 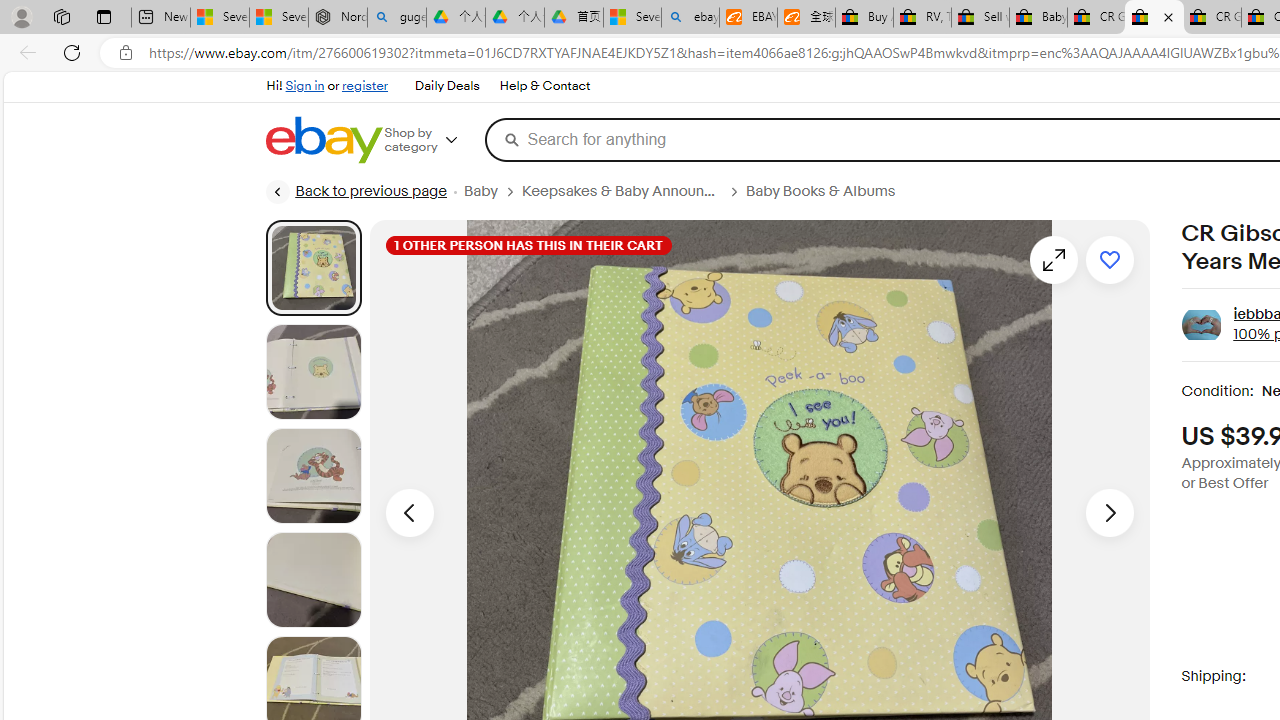 What do you see at coordinates (408, 511) in the screenshot?
I see `'Previous image - Item images thumbnails'` at bounding box center [408, 511].